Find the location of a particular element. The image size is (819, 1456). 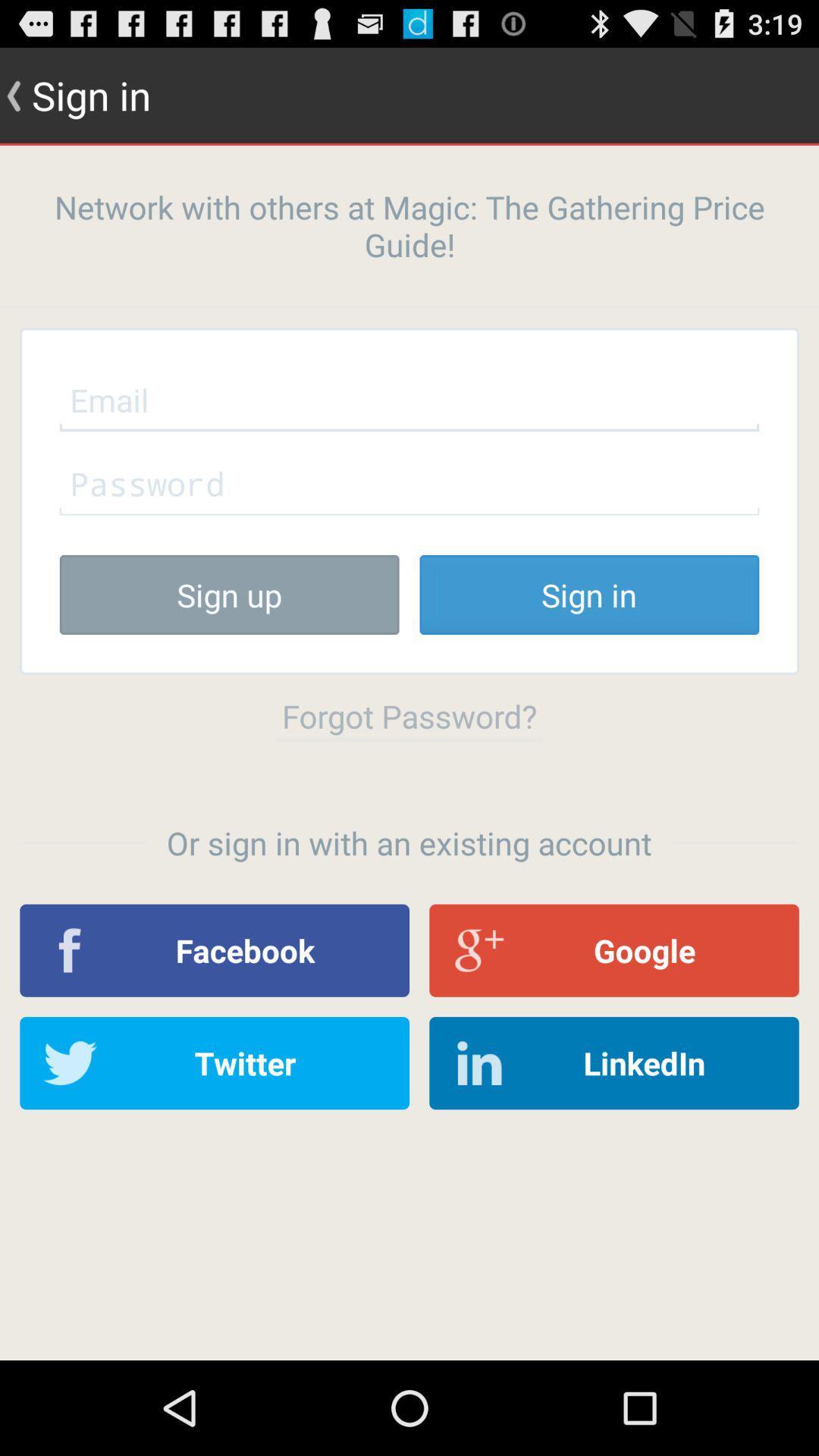

the password input is located at coordinates (409, 482).